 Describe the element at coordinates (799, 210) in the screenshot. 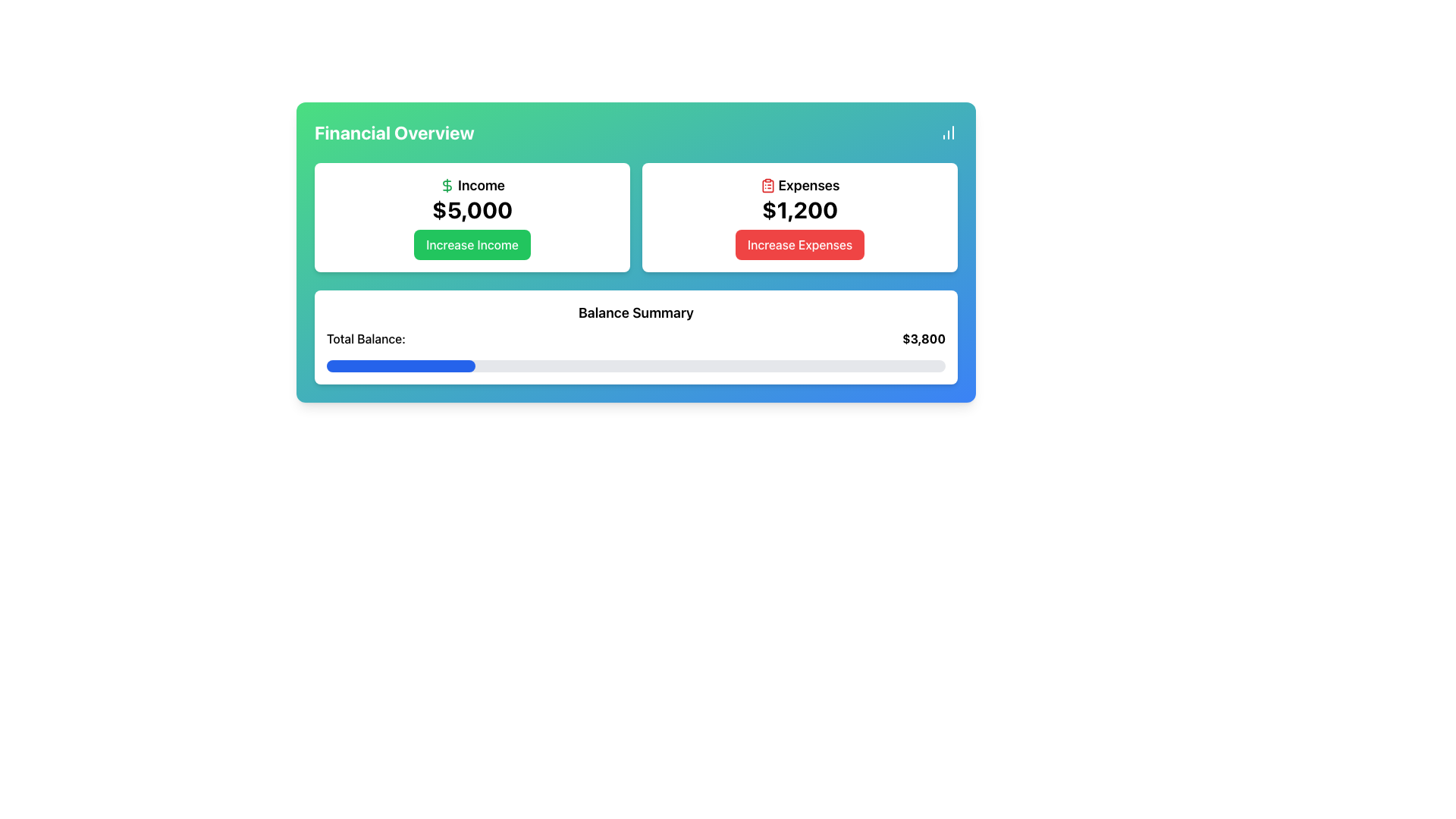

I see `value displayed in the large, bold text label showing '$1,200' located beneath the 'Expenses' label and icon within the 'Financial Overview' section` at that location.